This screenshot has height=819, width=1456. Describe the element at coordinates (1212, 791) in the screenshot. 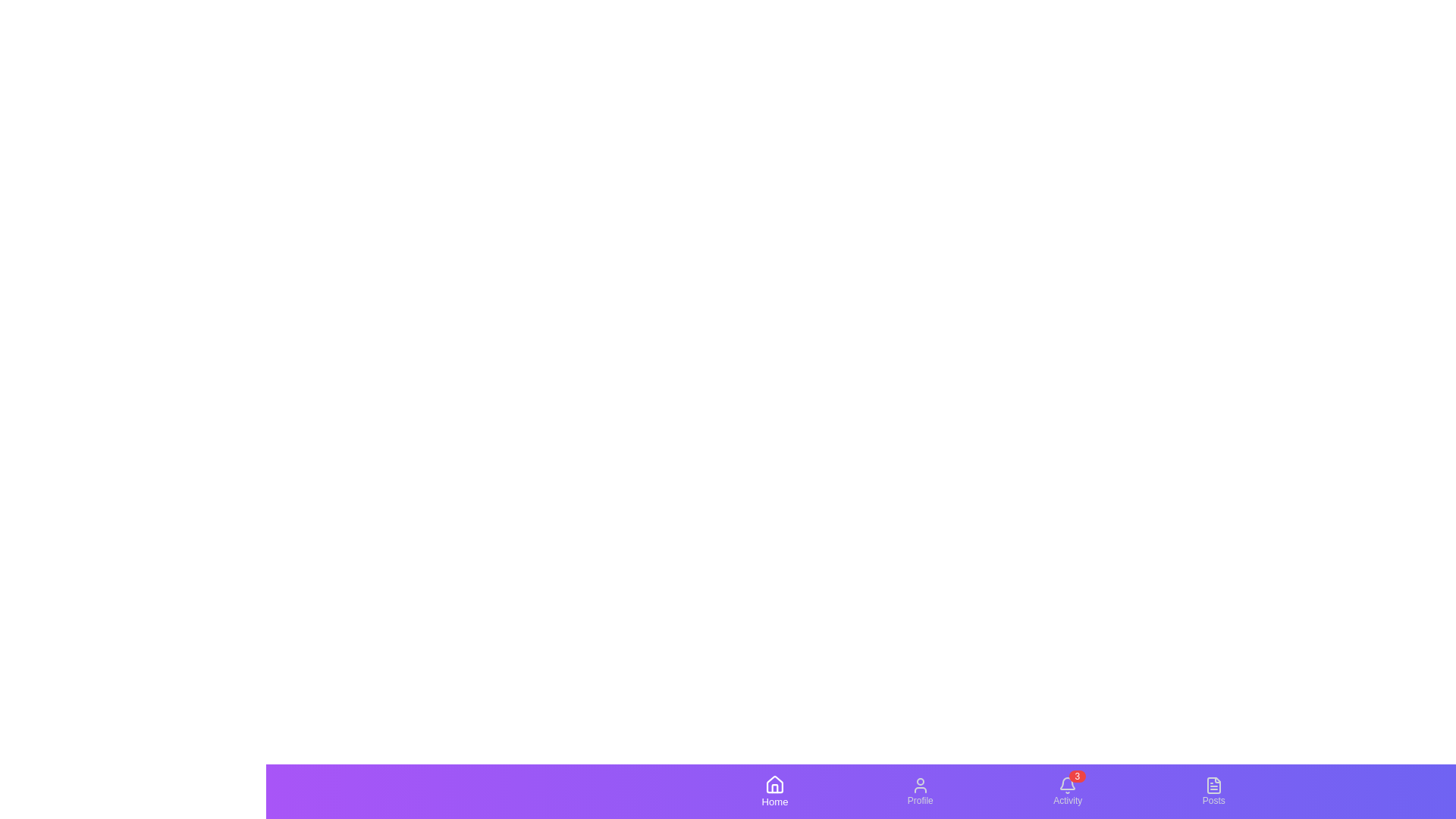

I see `the Posts tab by clicking on its icon` at that location.